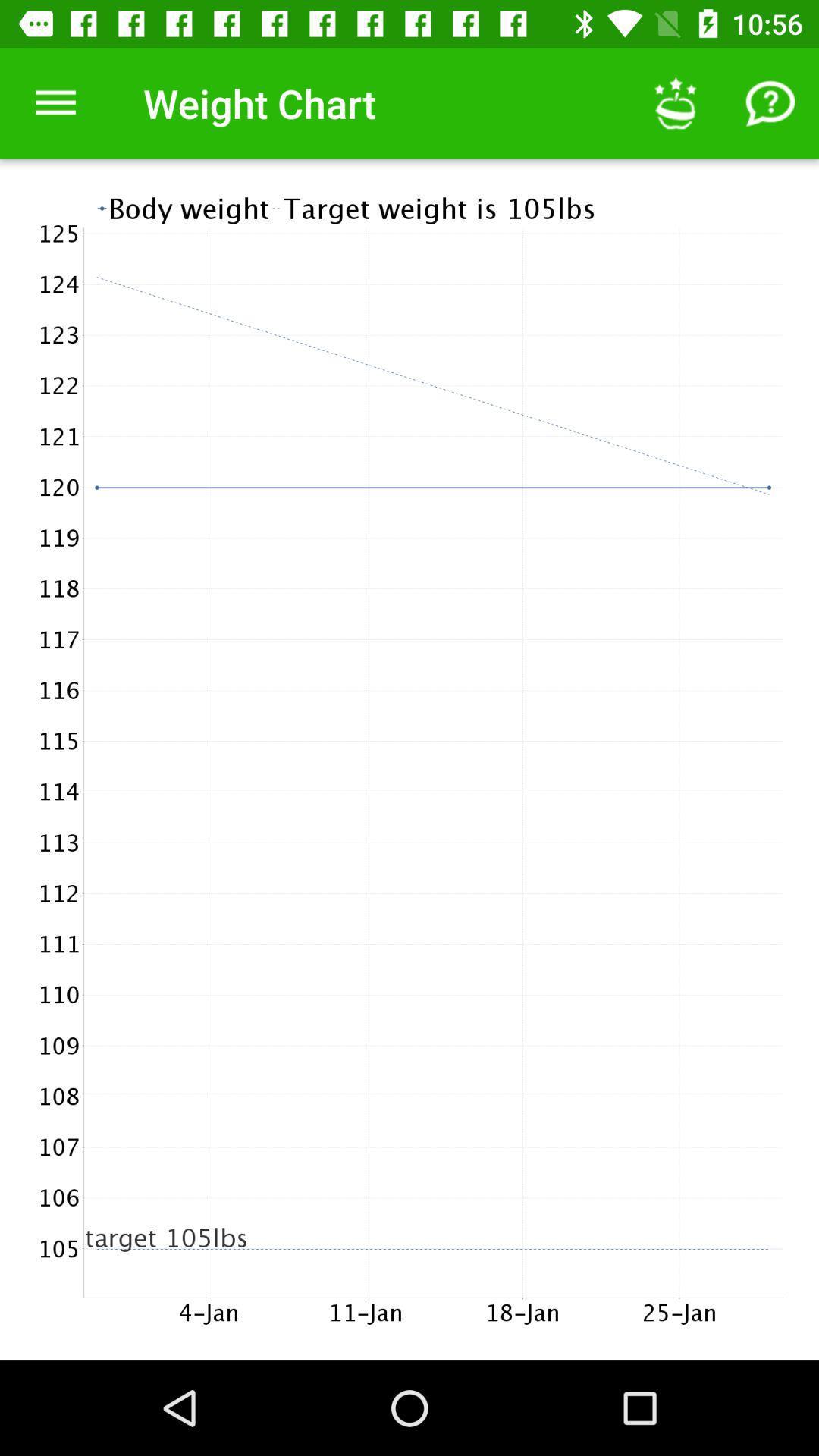 The height and width of the screenshot is (1456, 819). I want to click on the icon next to the weight chart icon, so click(675, 102).